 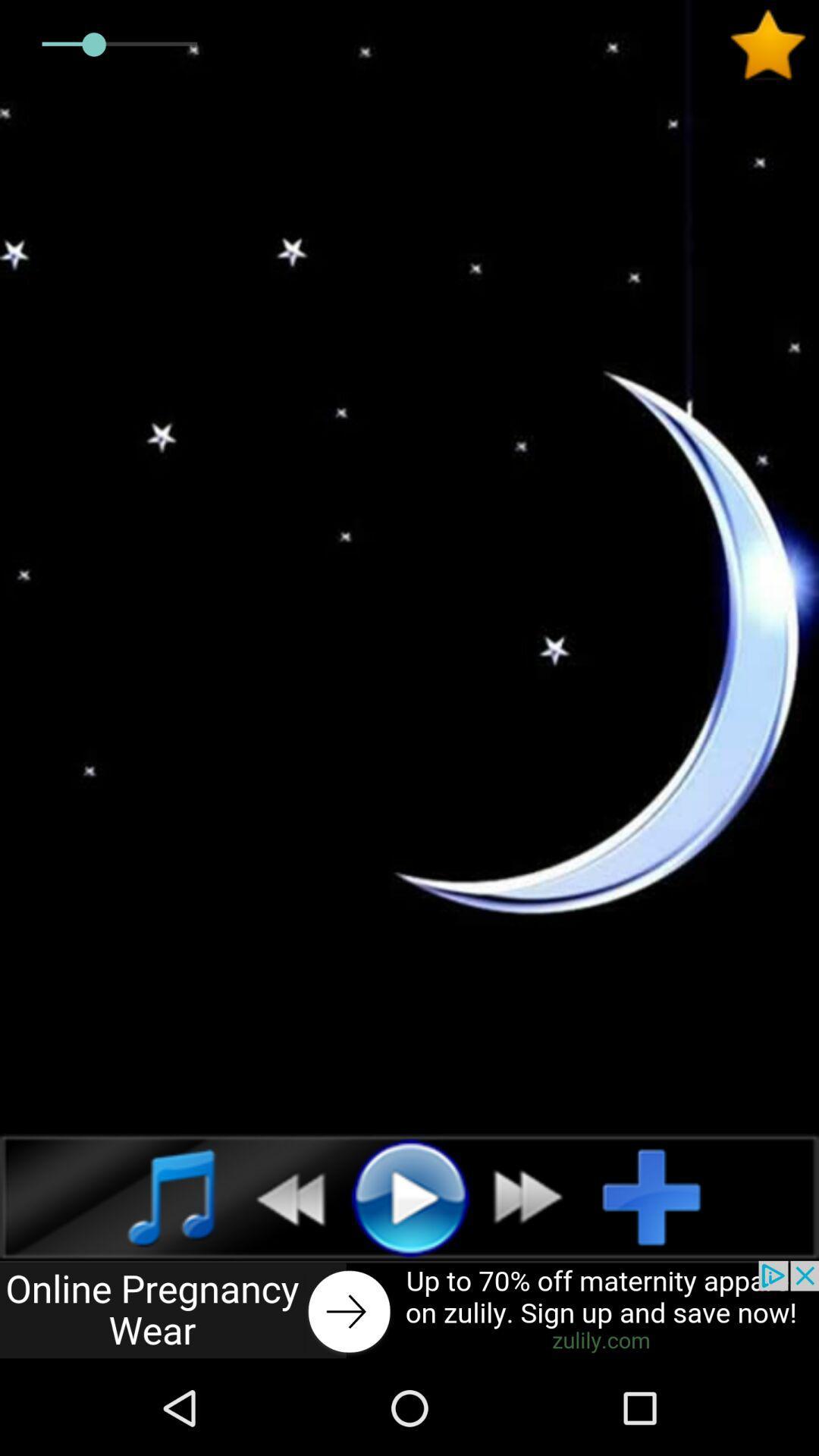 What do you see at coordinates (155, 1196) in the screenshot?
I see `the music icon` at bounding box center [155, 1196].